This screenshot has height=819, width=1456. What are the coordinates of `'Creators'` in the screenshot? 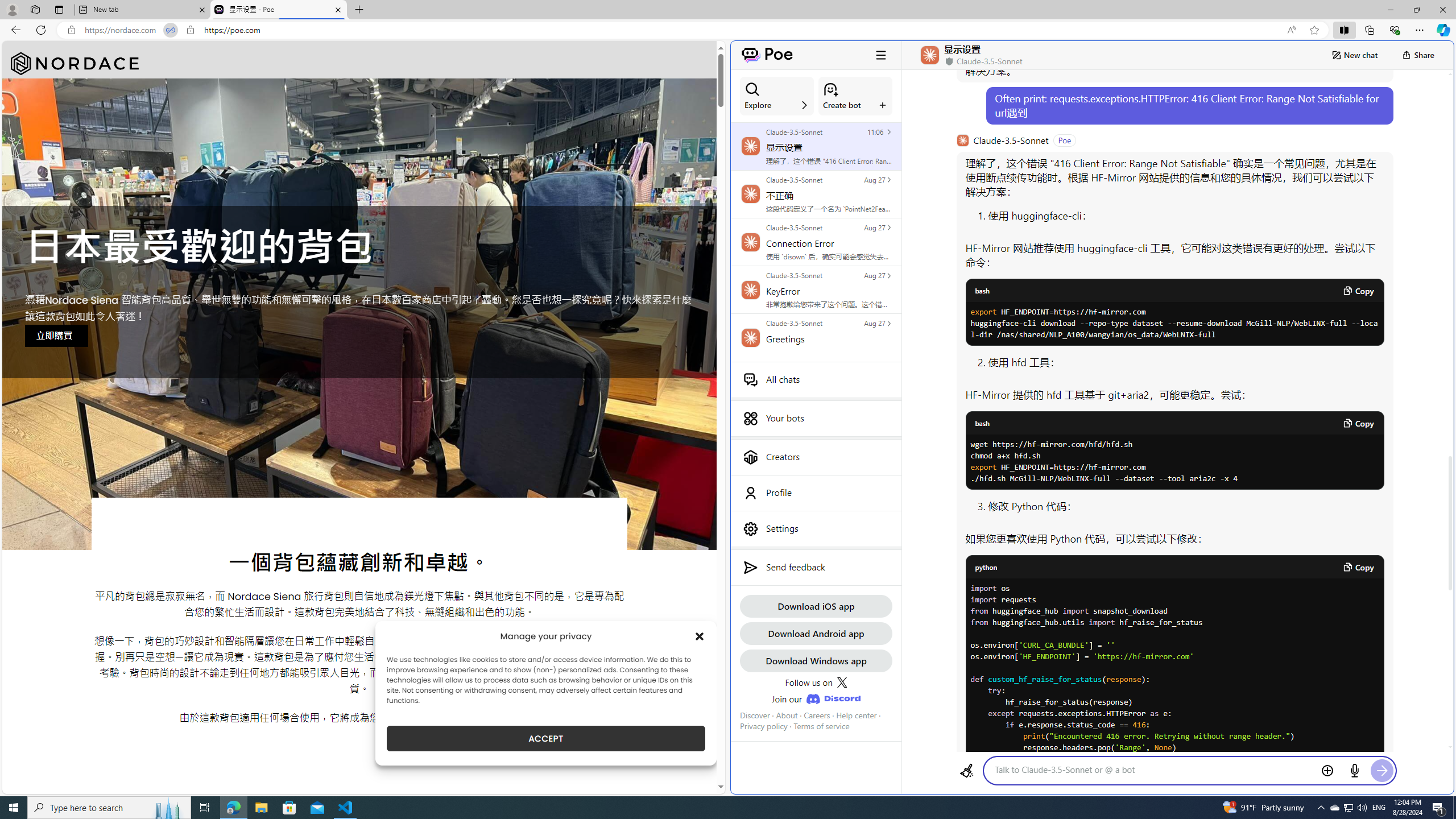 It's located at (816, 457).